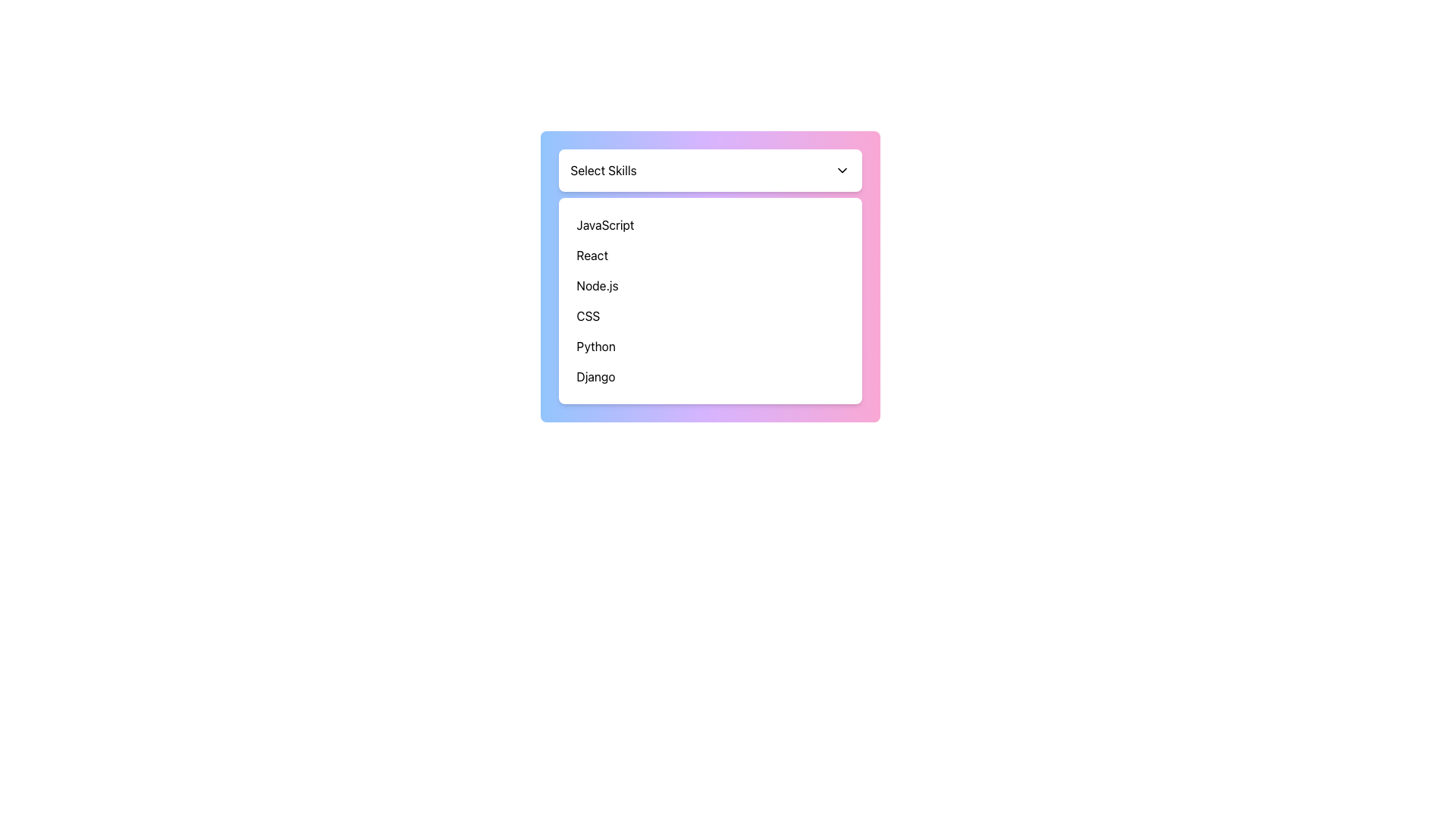  I want to click on the text label displaying 'JavaScript' in the dropdown list under 'Select Skills', so click(604, 225).